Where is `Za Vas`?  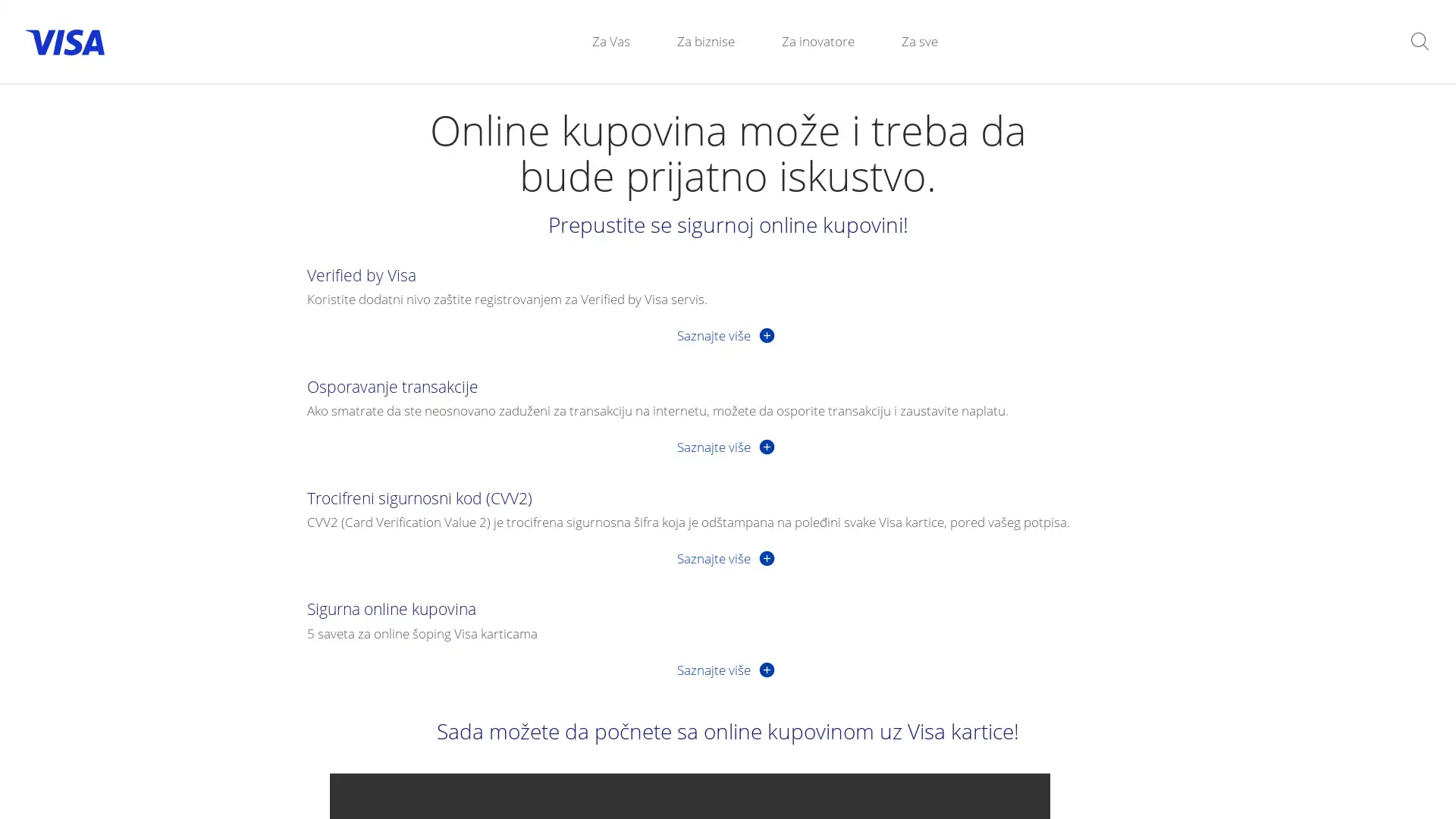
Za Vas is located at coordinates (611, 40).